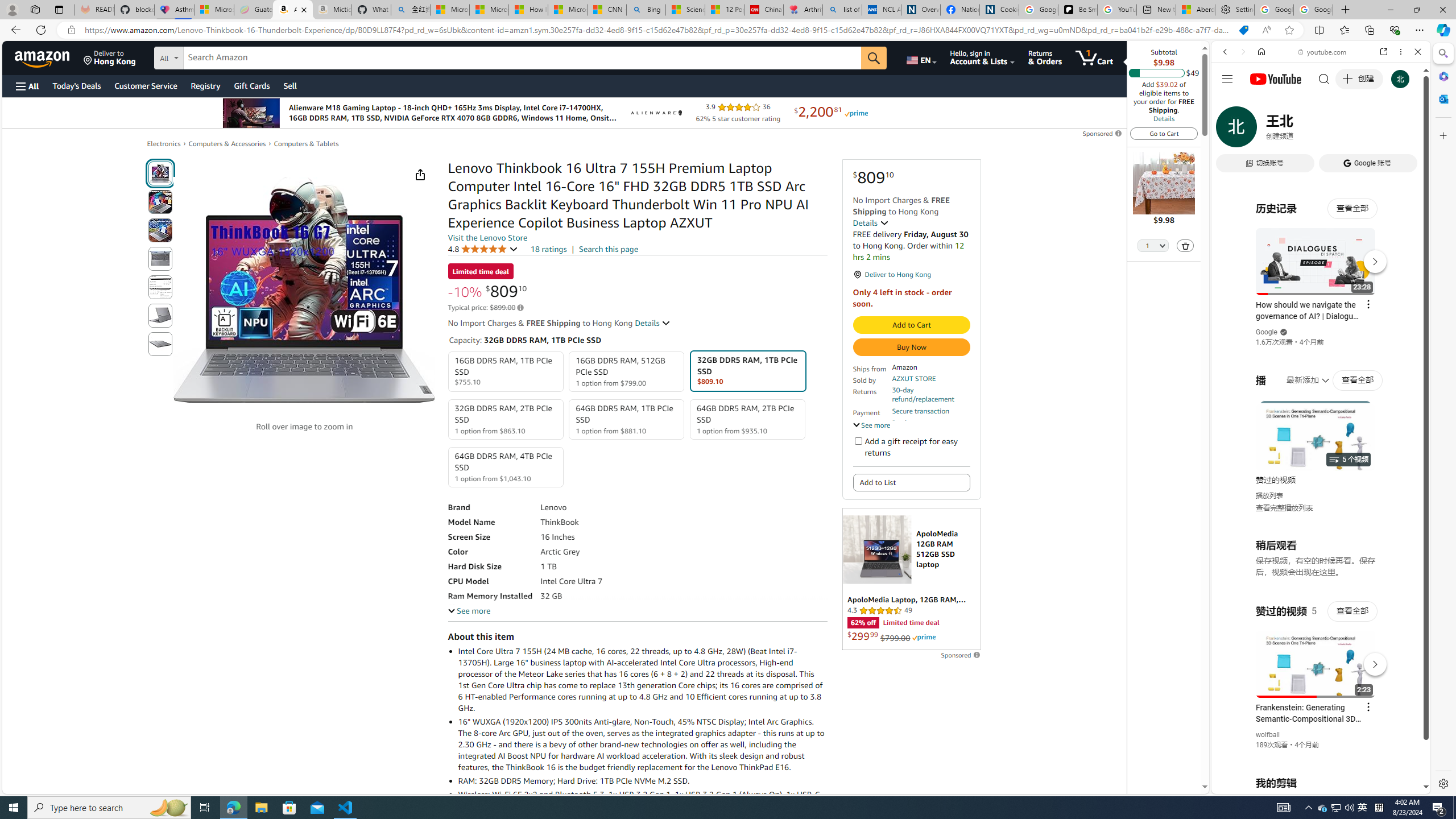  I want to click on 'Sell', so click(289, 85).